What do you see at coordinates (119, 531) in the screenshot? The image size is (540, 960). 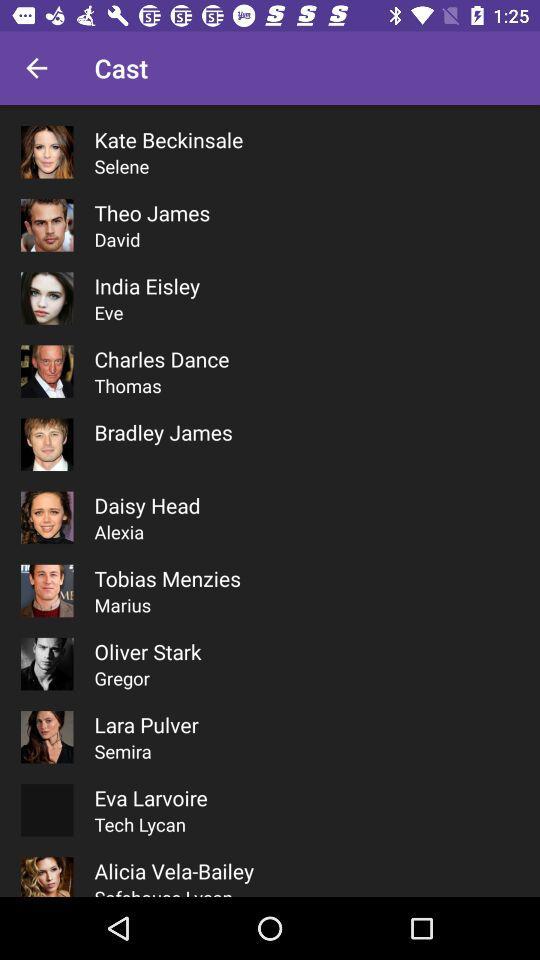 I see `alexia item` at bounding box center [119, 531].